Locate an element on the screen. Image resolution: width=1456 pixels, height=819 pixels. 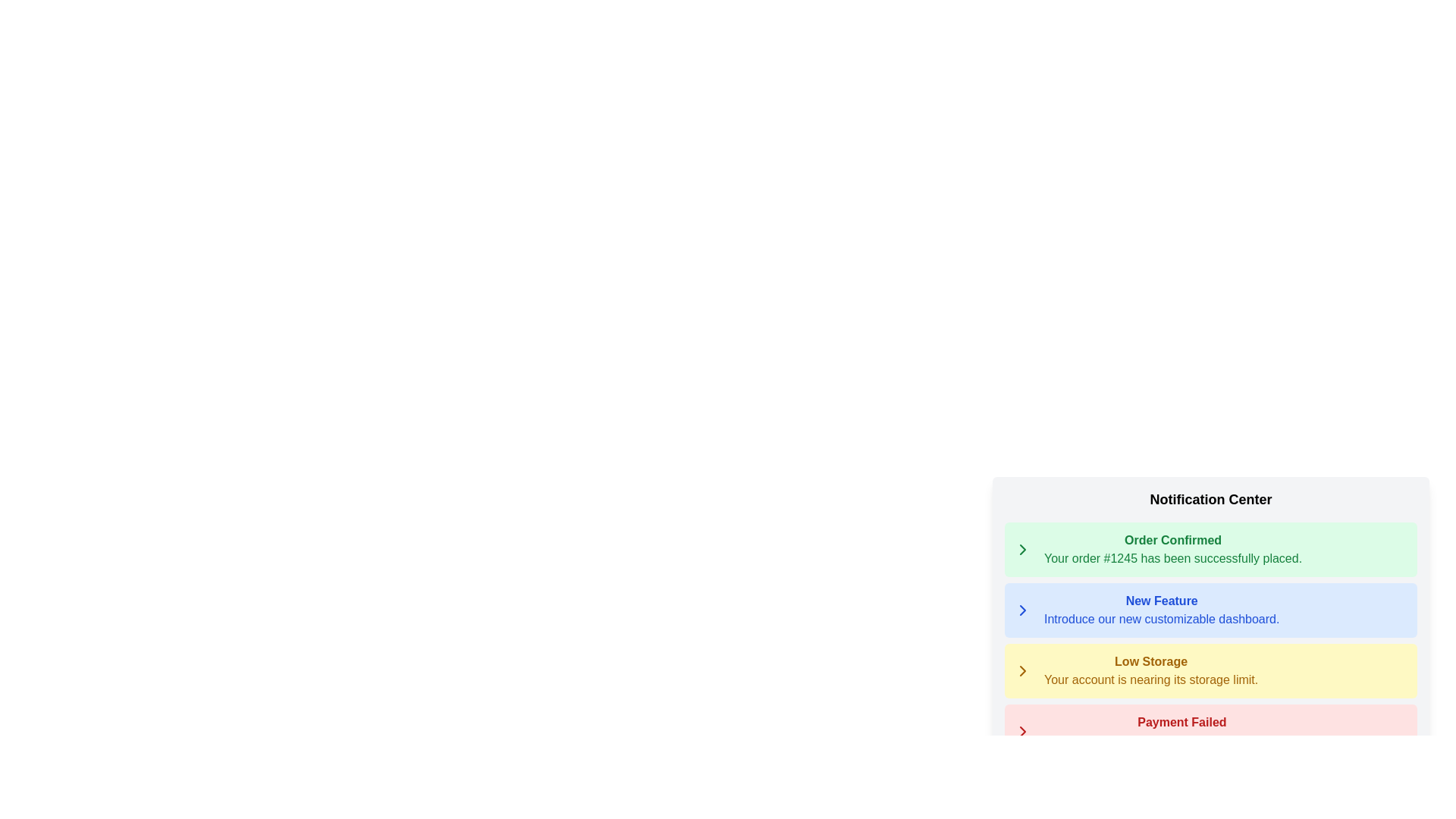
informational text of the Notification Block with the title 'Low Storage' and the description 'Your account is nearing its storage limit.' is located at coordinates (1210, 670).